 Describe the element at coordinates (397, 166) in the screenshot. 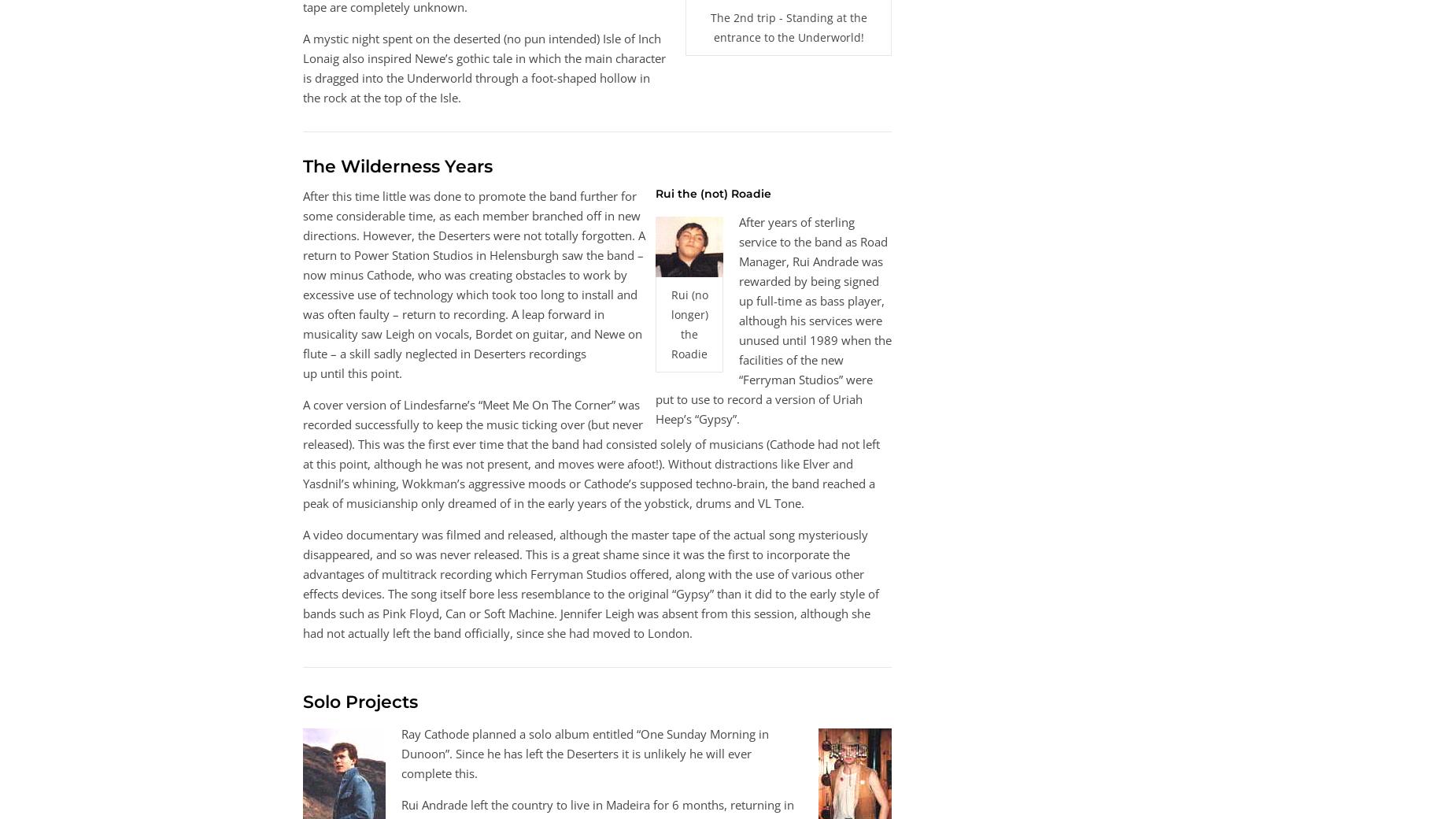

I see `'The Wilderness Years'` at that location.